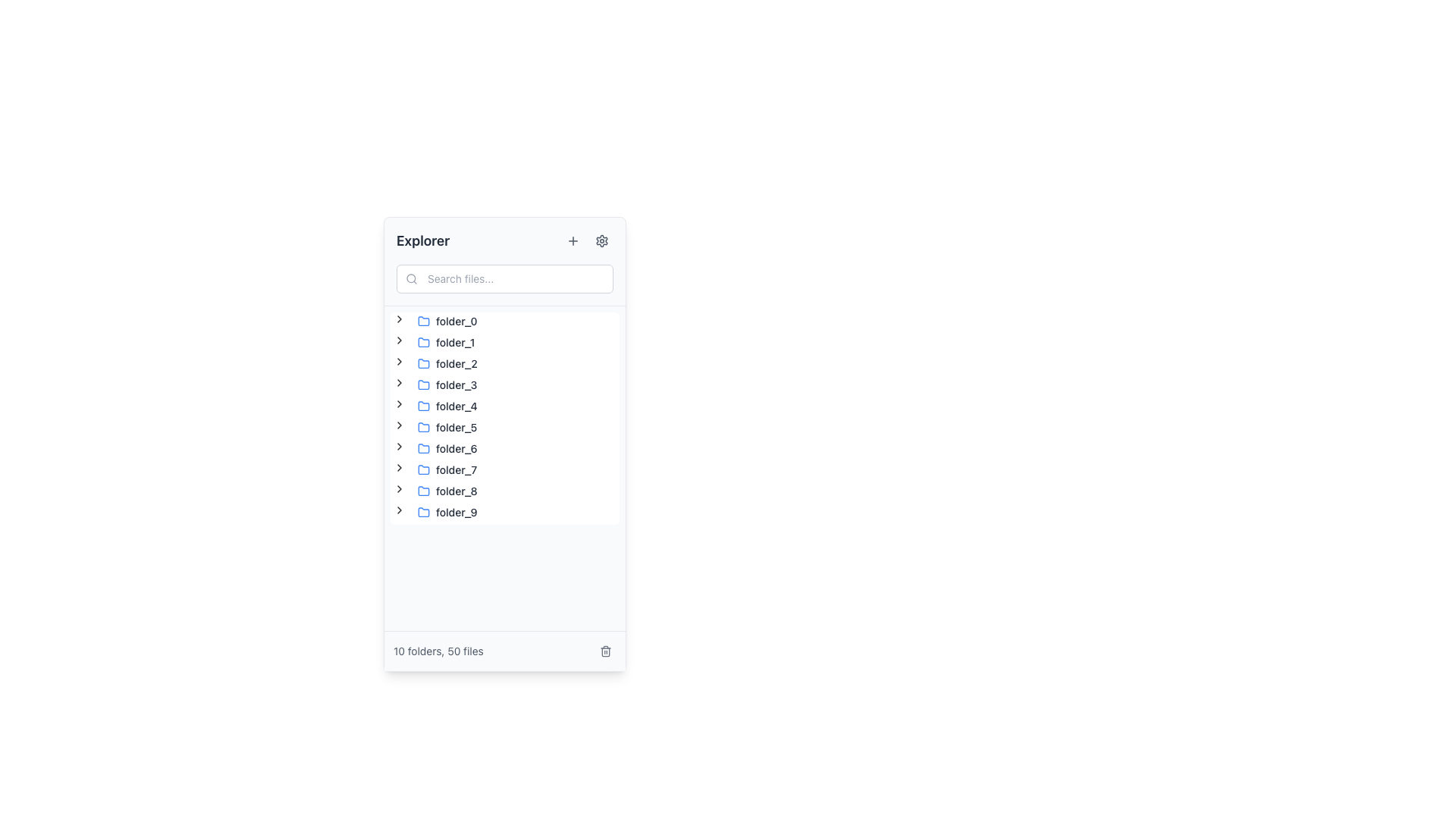 The height and width of the screenshot is (819, 1456). I want to click on label text for the folder named 'folder_7', which is the seventh item in the vertical list within the 'Explorer' navigation panel, so click(456, 469).